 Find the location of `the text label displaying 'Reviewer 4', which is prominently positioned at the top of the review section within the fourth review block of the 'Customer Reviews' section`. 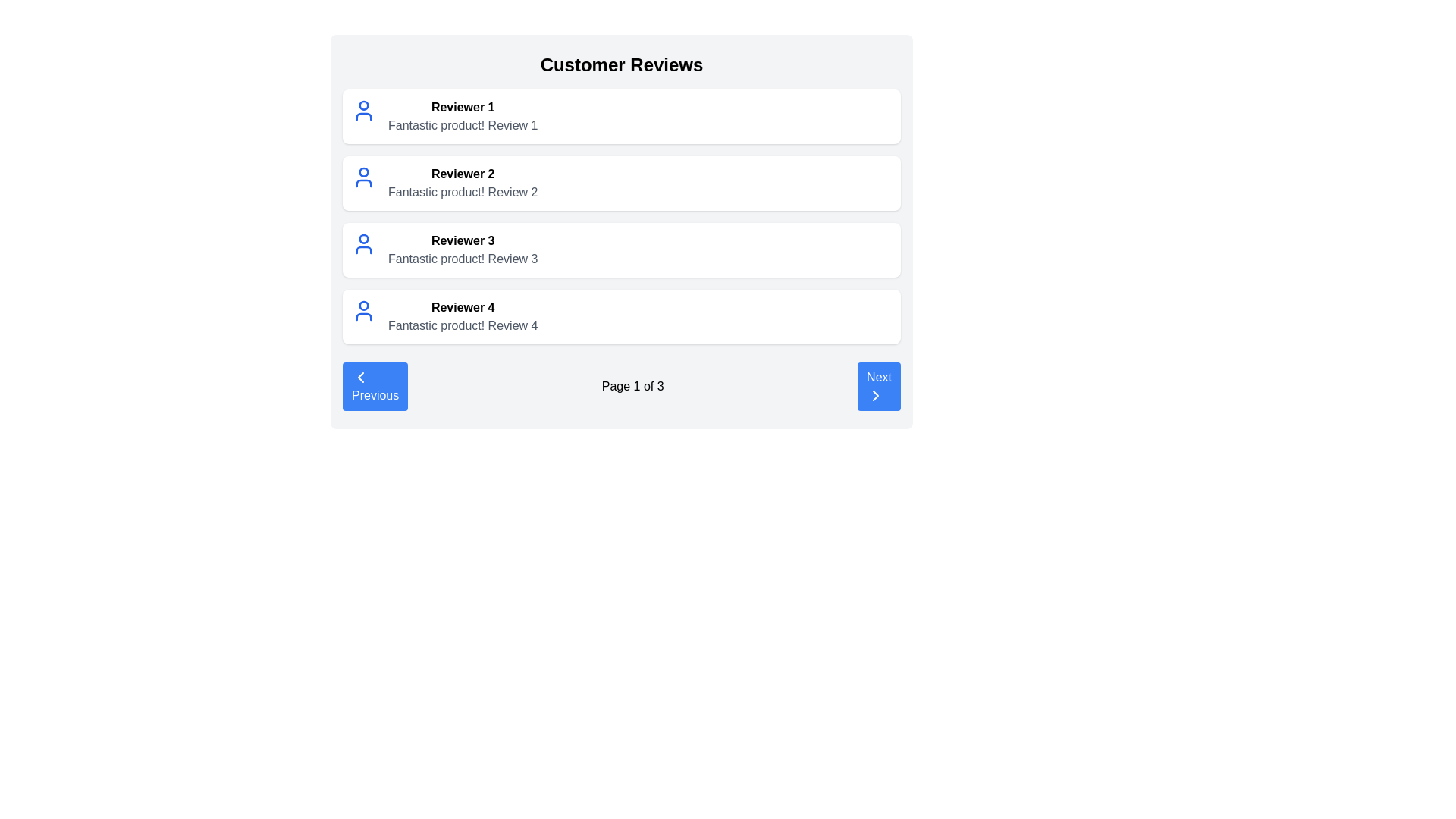

the text label displaying 'Reviewer 4', which is prominently positioned at the top of the review section within the fourth review block of the 'Customer Reviews' section is located at coordinates (462, 307).